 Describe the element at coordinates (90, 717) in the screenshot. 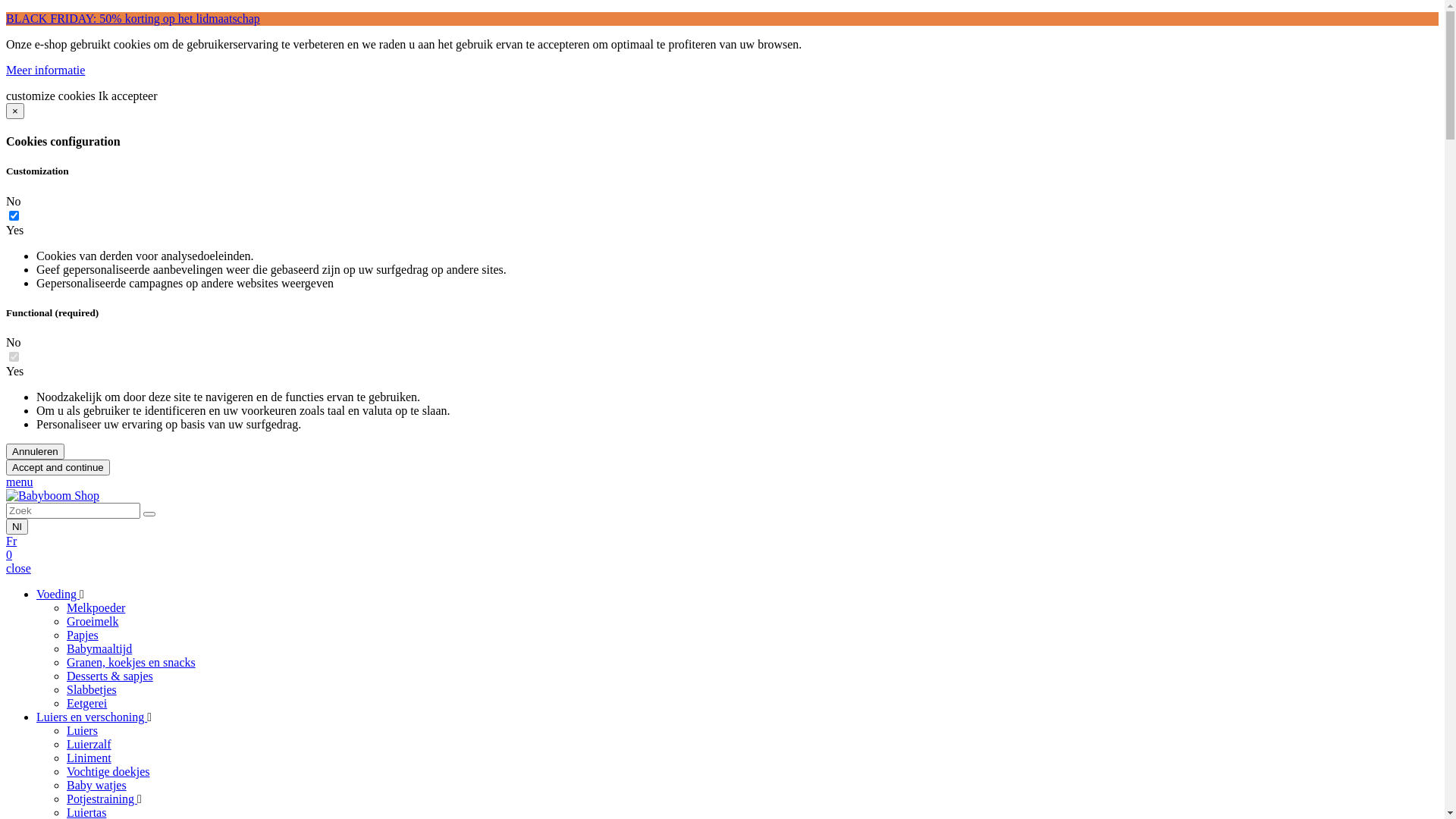

I see `'Luiers en verschoning'` at that location.